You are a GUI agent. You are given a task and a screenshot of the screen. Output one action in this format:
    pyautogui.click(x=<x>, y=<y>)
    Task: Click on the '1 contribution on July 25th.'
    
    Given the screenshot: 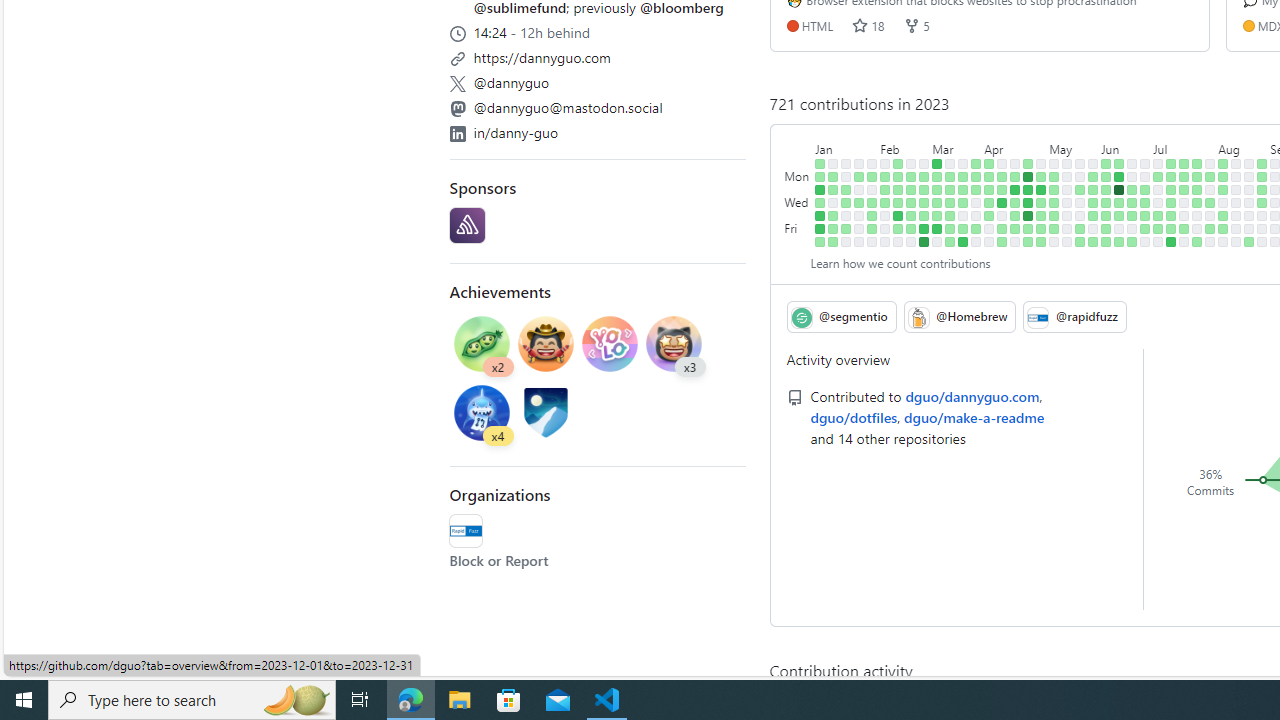 What is the action you would take?
    pyautogui.click(x=1197, y=189)
    